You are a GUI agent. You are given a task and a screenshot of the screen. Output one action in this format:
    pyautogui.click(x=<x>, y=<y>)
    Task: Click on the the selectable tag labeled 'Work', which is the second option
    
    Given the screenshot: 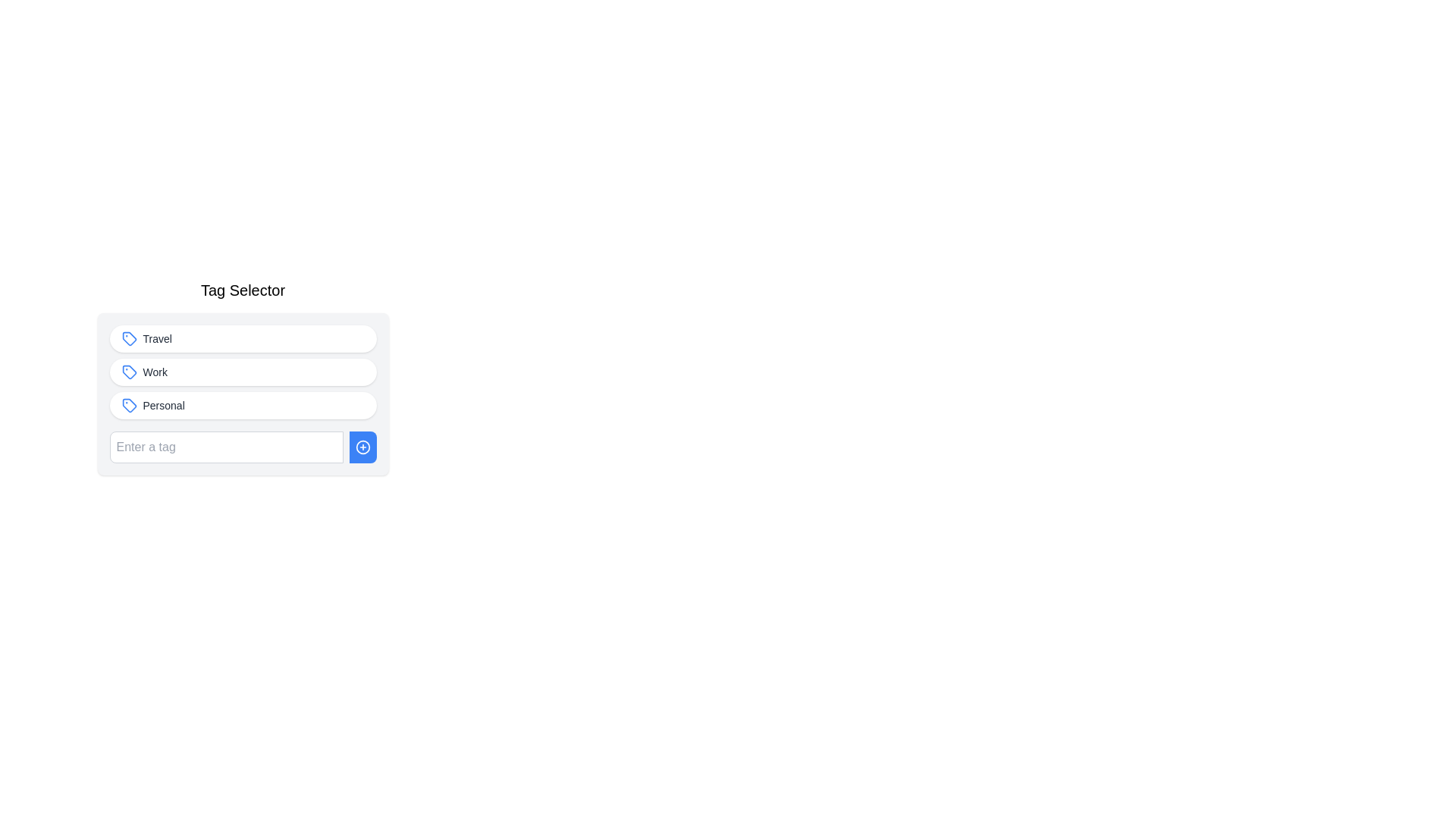 What is the action you would take?
    pyautogui.click(x=243, y=376)
    